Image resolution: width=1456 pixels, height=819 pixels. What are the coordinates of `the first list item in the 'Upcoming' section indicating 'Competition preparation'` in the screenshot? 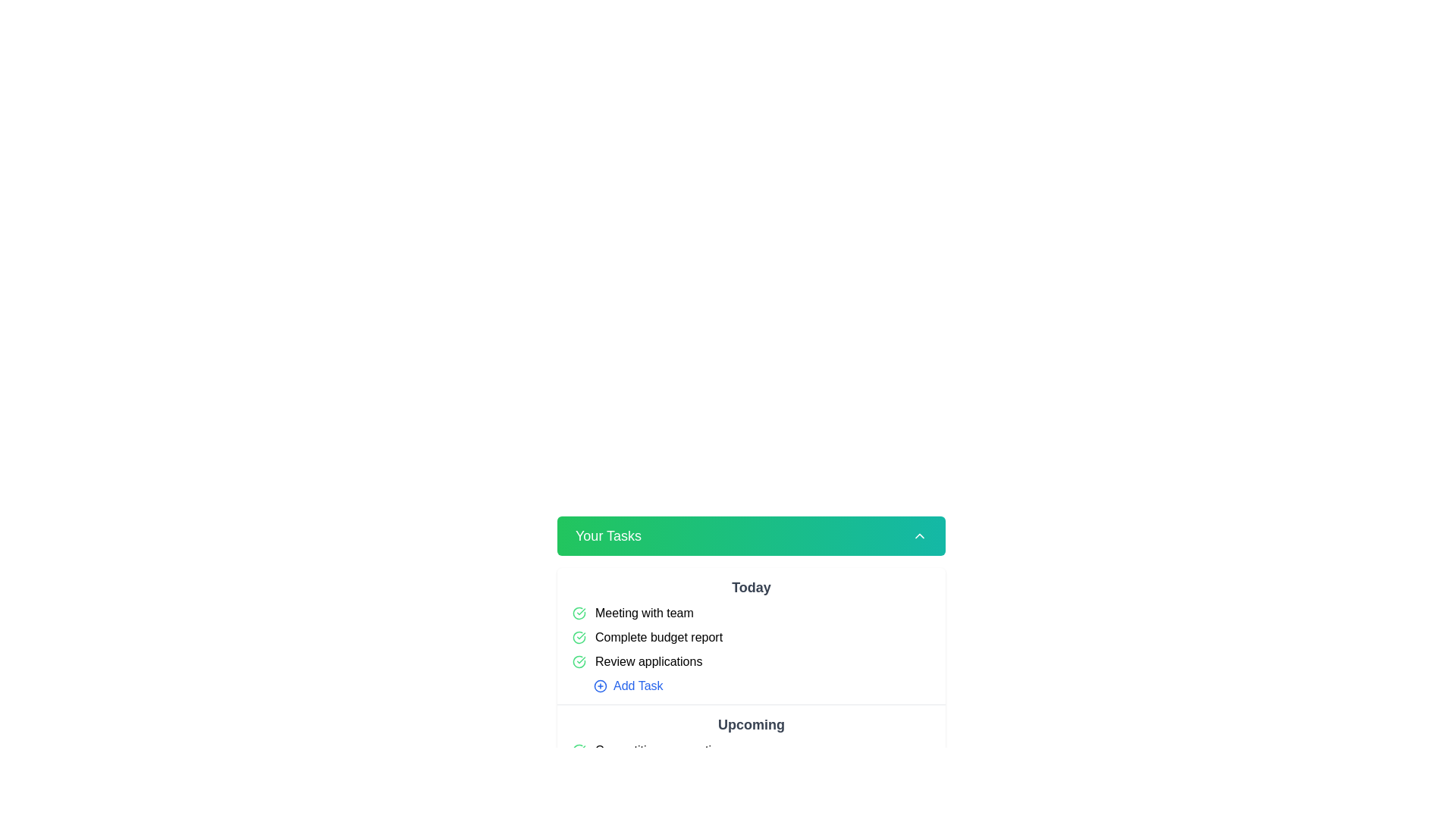 It's located at (751, 751).